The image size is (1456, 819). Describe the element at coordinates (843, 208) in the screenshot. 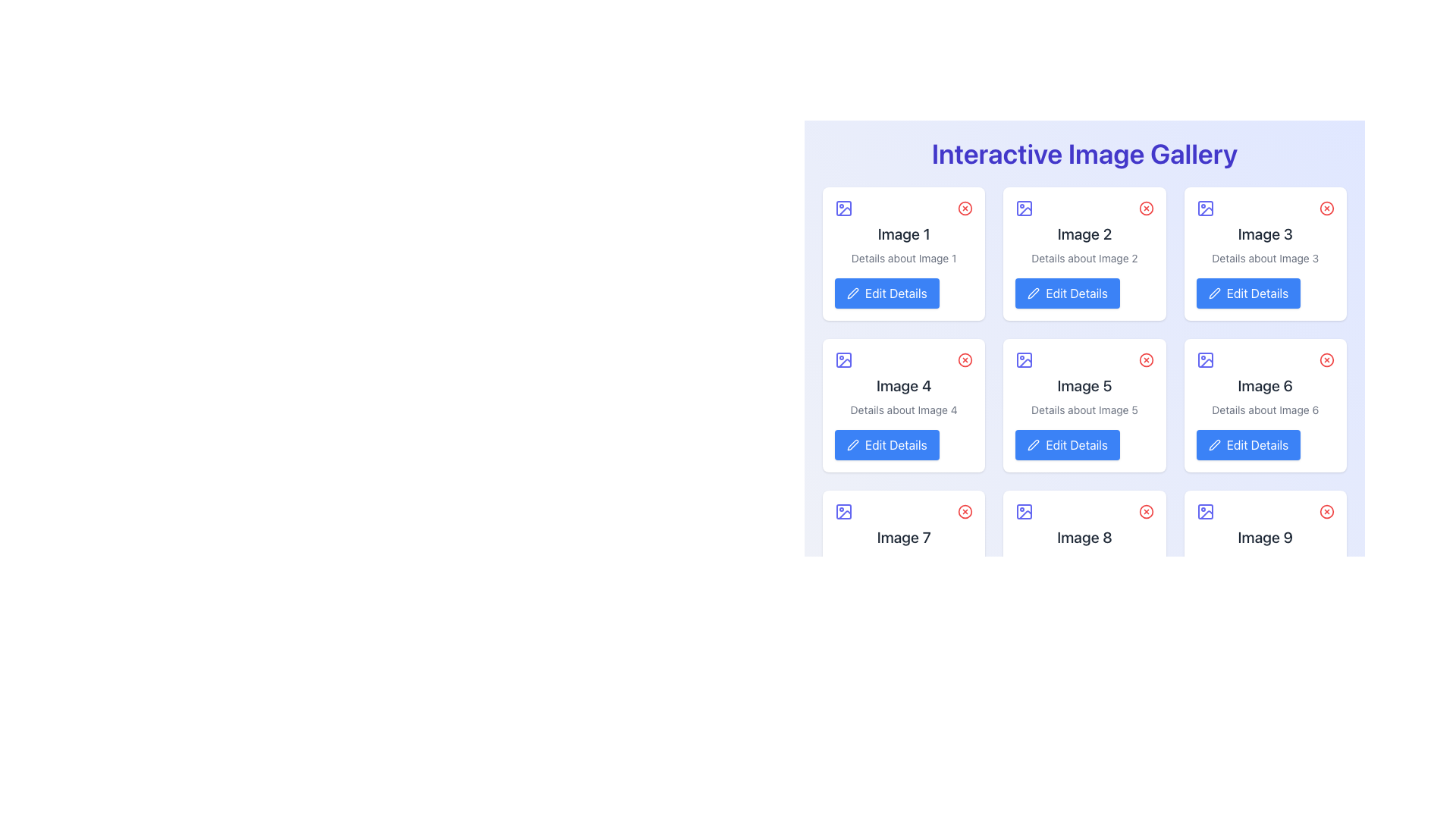

I see `the decorative icon located in the top-left corner of the card labeled 'Image 1' in the grid layout` at that location.